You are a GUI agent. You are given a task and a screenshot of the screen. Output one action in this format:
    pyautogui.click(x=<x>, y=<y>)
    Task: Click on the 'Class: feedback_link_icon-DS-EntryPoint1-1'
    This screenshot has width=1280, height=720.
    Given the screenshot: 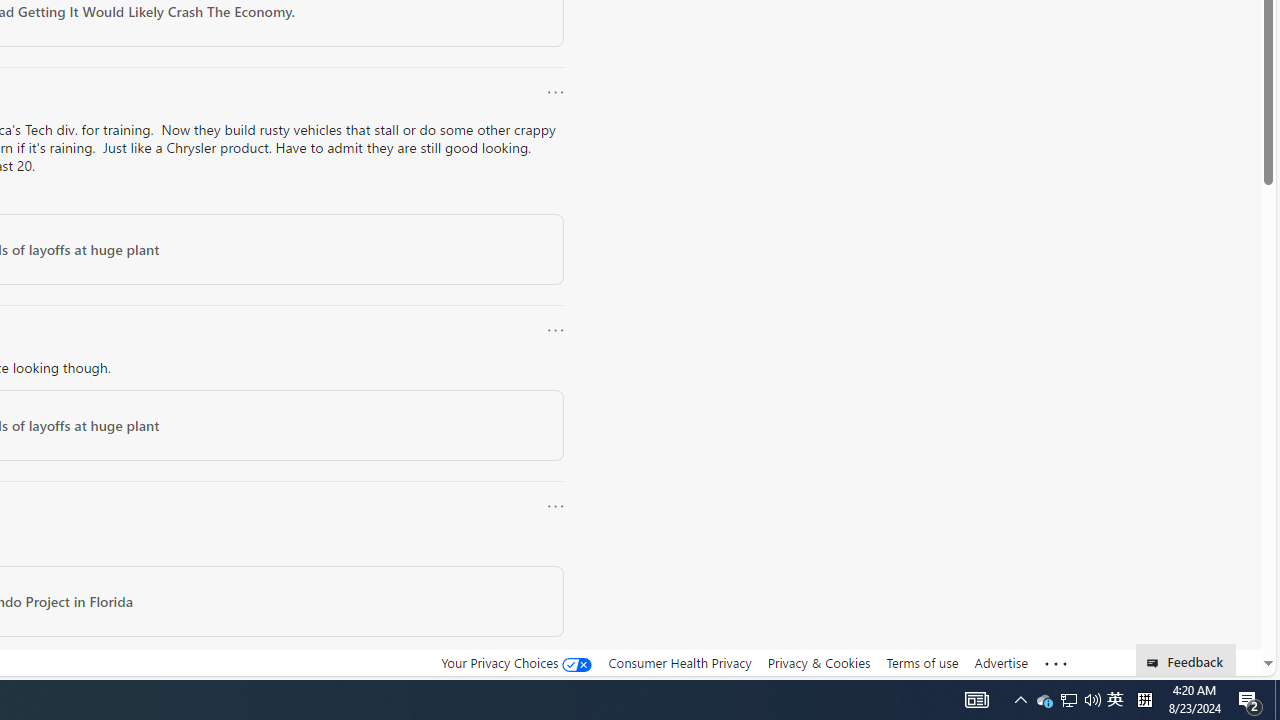 What is the action you would take?
    pyautogui.click(x=1156, y=663)
    